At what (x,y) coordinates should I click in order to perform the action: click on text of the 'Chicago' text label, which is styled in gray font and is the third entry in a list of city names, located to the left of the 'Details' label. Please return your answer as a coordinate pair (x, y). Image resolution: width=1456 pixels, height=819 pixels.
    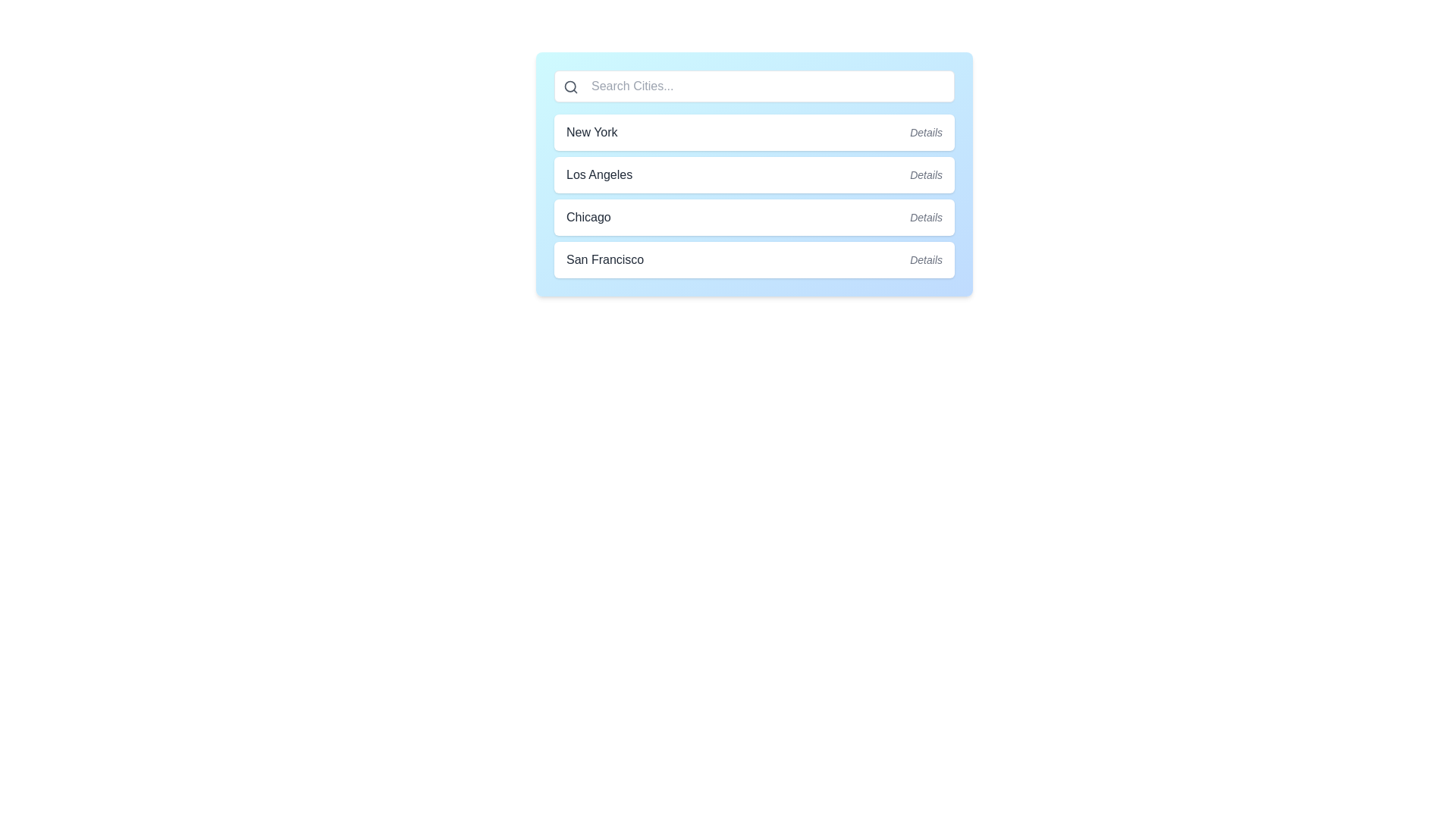
    Looking at the image, I should click on (588, 217).